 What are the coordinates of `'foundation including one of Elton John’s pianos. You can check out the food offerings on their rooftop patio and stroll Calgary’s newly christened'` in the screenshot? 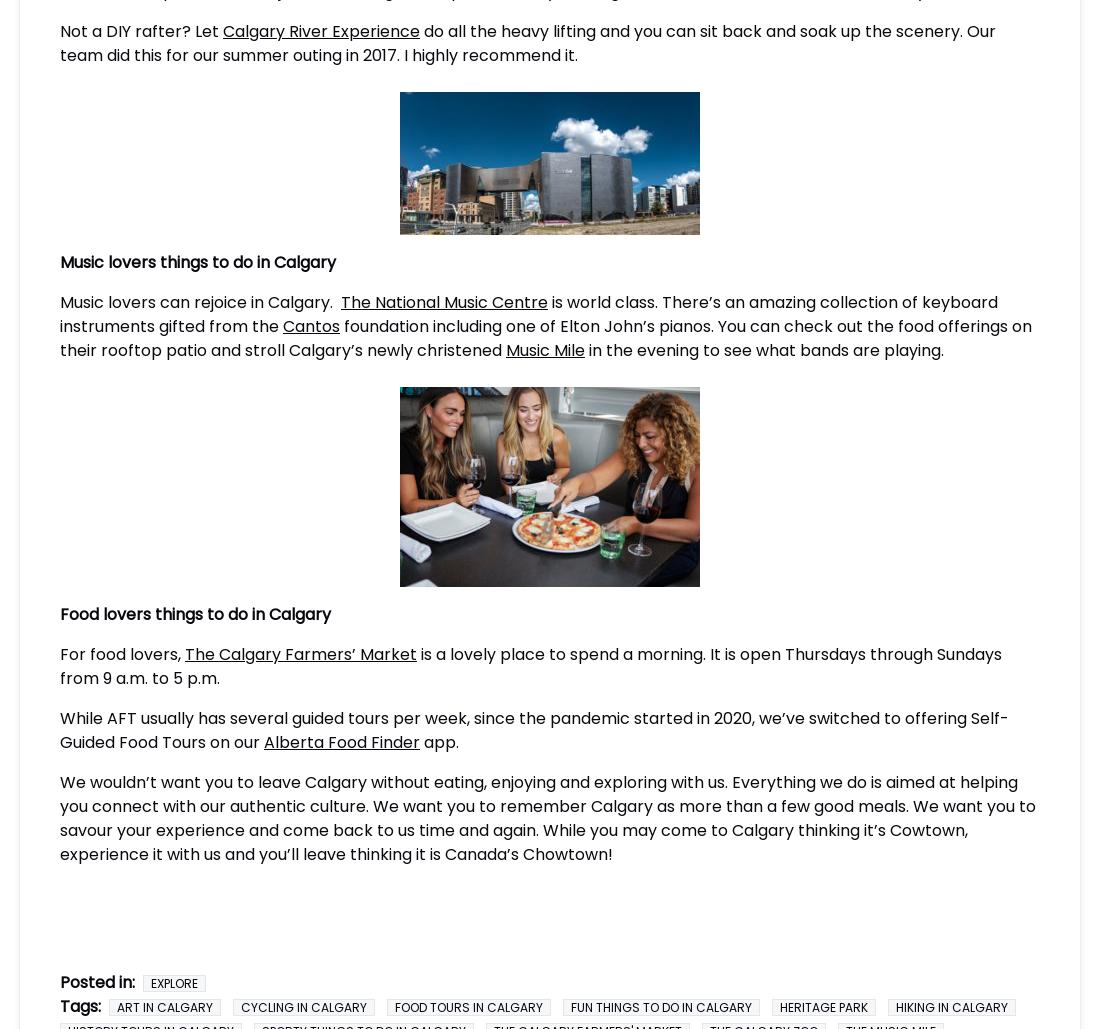 It's located at (58, 337).